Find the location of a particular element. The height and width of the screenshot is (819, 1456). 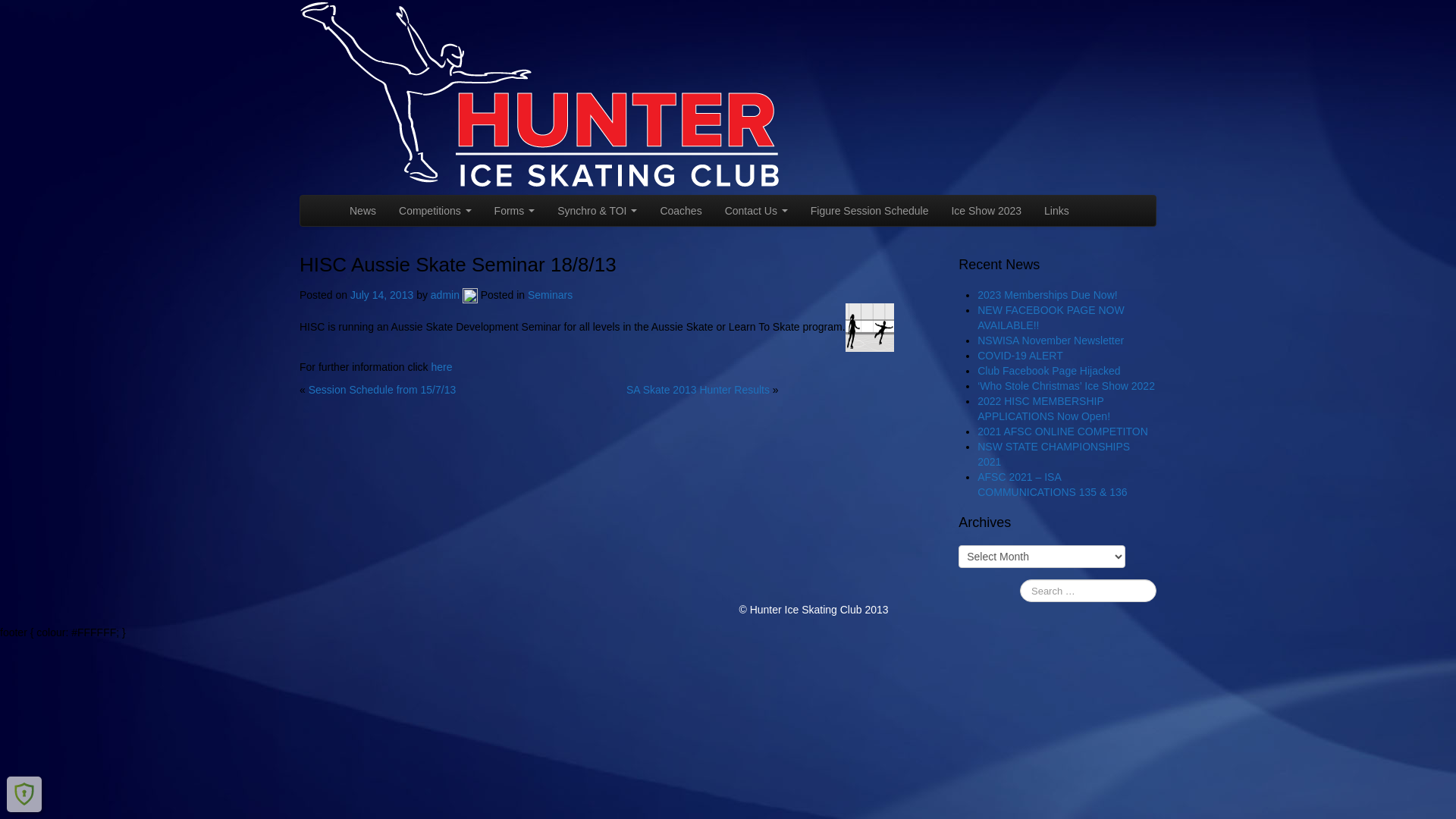

'2021 AFSC ONLINE COMPETITON' is located at coordinates (1062, 431).